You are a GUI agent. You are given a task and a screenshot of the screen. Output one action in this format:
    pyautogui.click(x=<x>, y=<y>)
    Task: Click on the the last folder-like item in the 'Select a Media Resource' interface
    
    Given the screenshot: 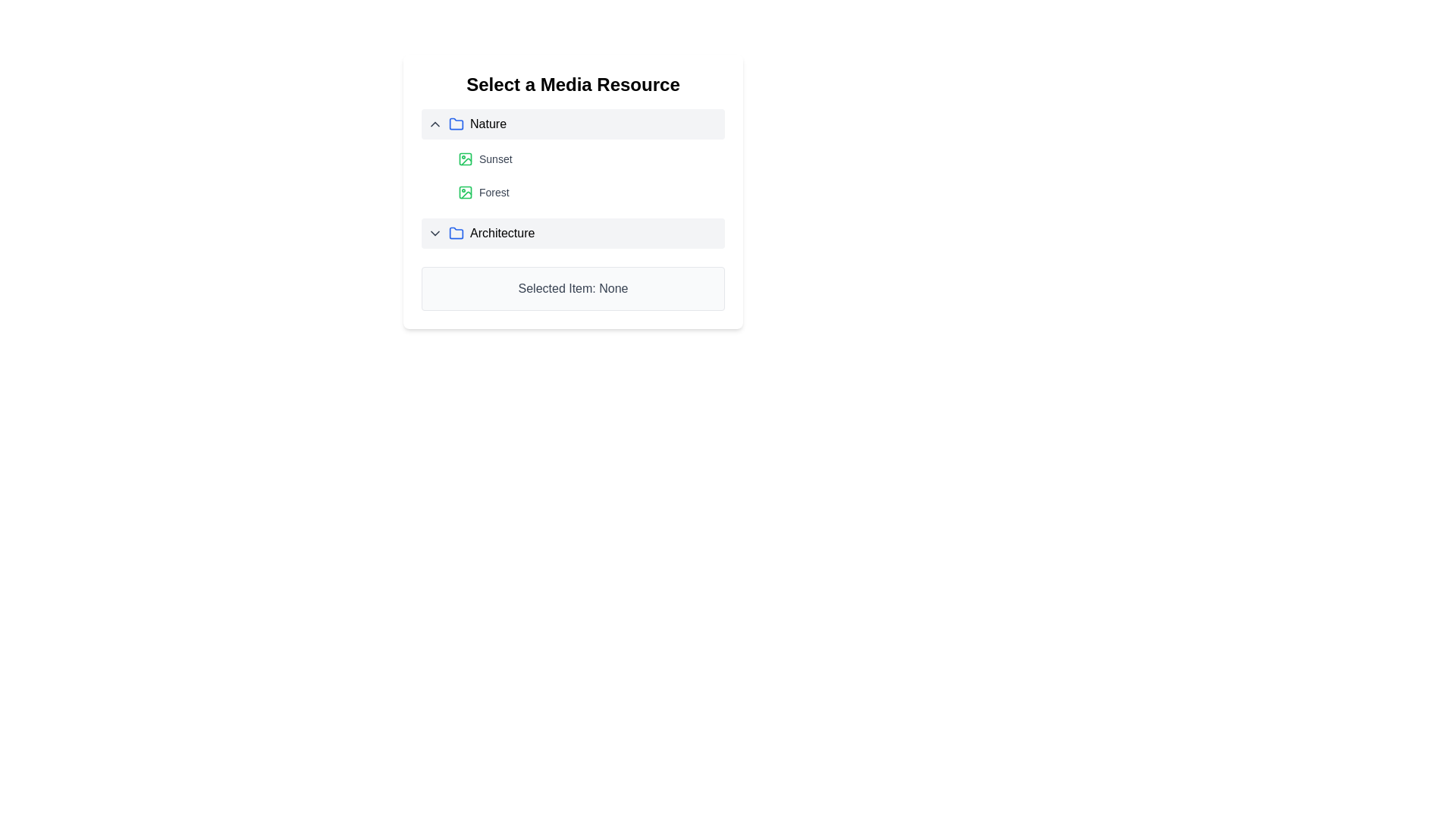 What is the action you would take?
    pyautogui.click(x=572, y=234)
    